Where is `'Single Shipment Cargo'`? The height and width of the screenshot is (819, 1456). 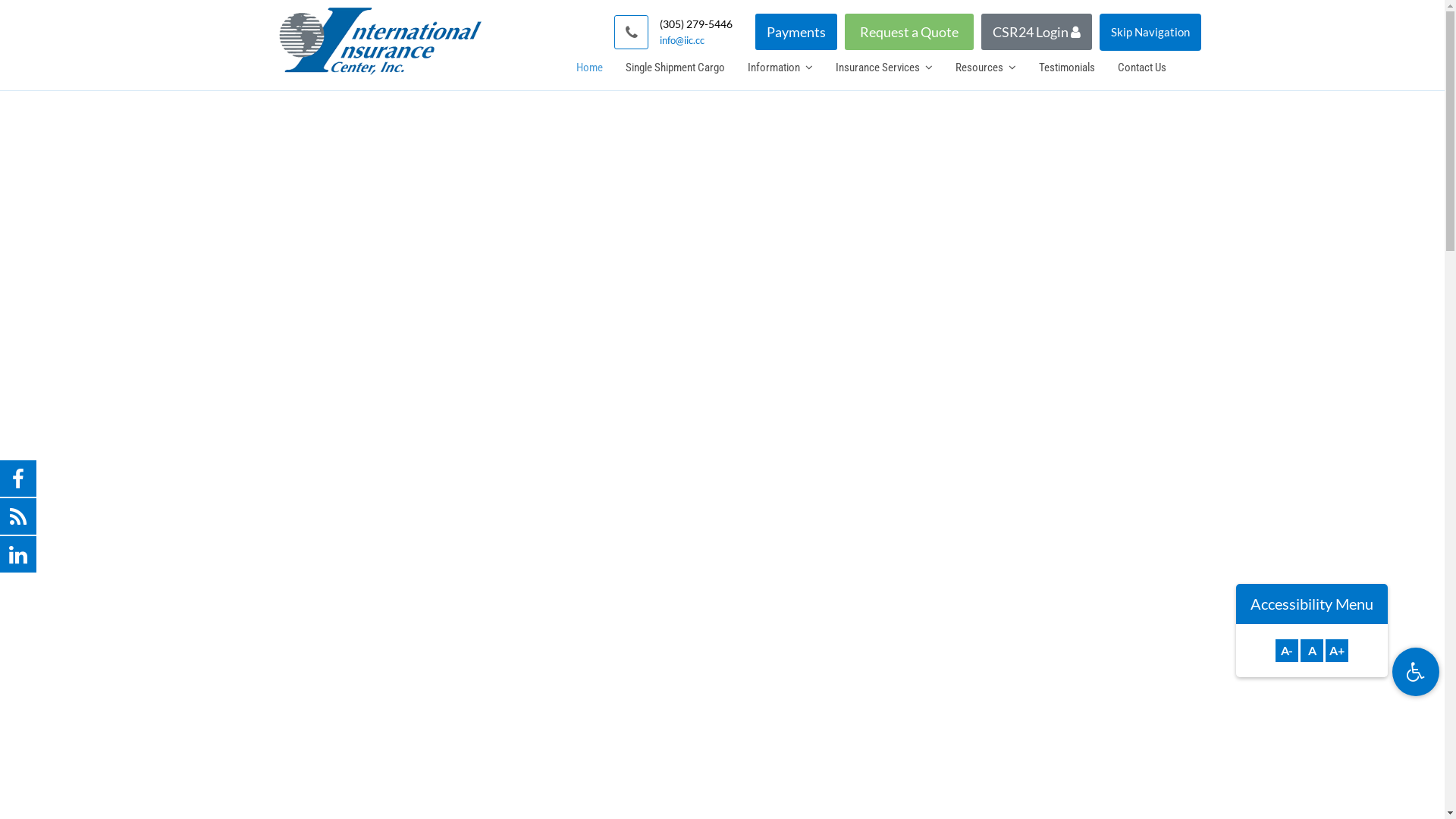
'Single Shipment Cargo' is located at coordinates (674, 66).